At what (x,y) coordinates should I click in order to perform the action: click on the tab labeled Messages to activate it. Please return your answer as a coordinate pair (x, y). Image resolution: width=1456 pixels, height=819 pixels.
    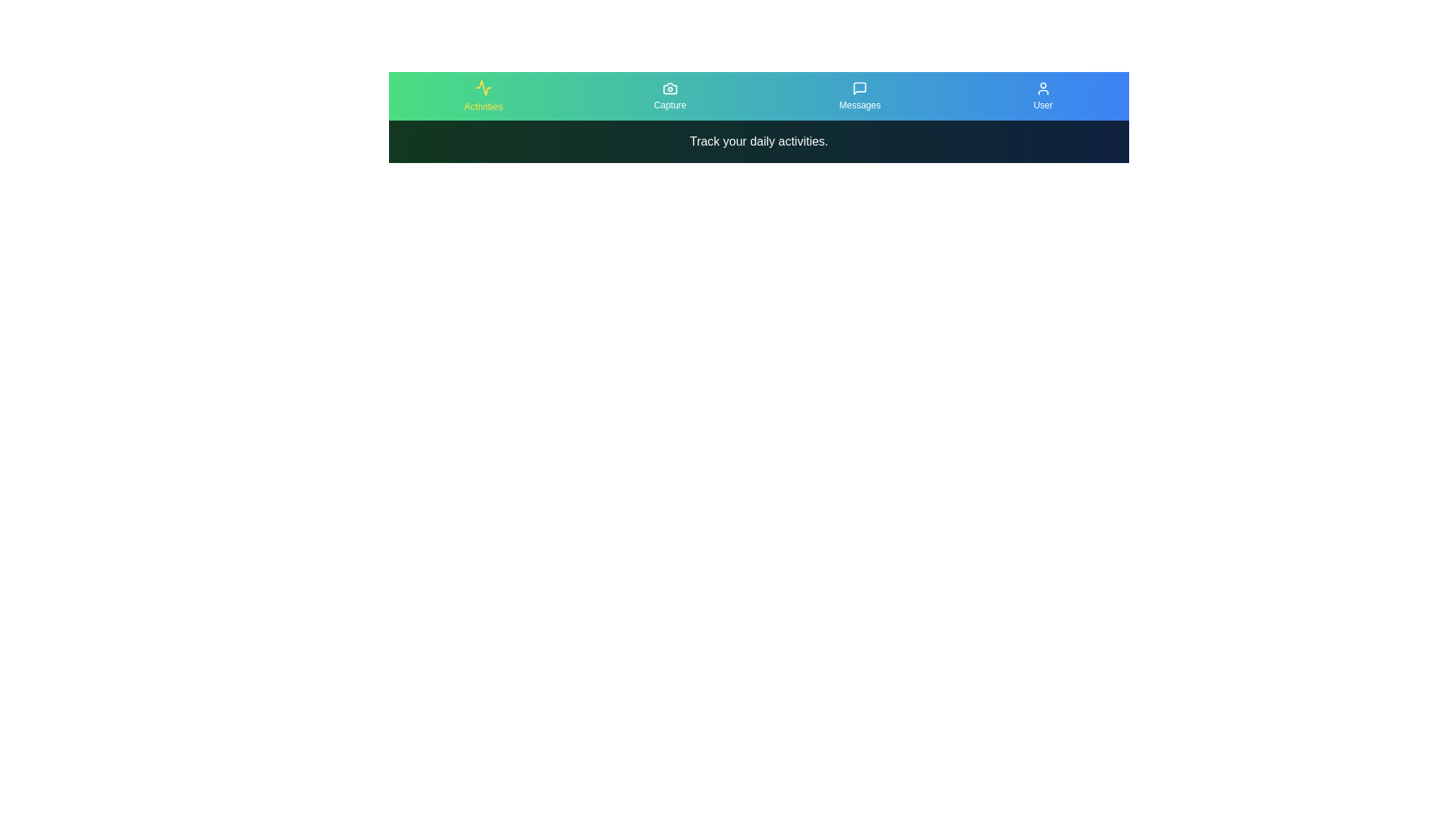
    Looking at the image, I should click on (860, 96).